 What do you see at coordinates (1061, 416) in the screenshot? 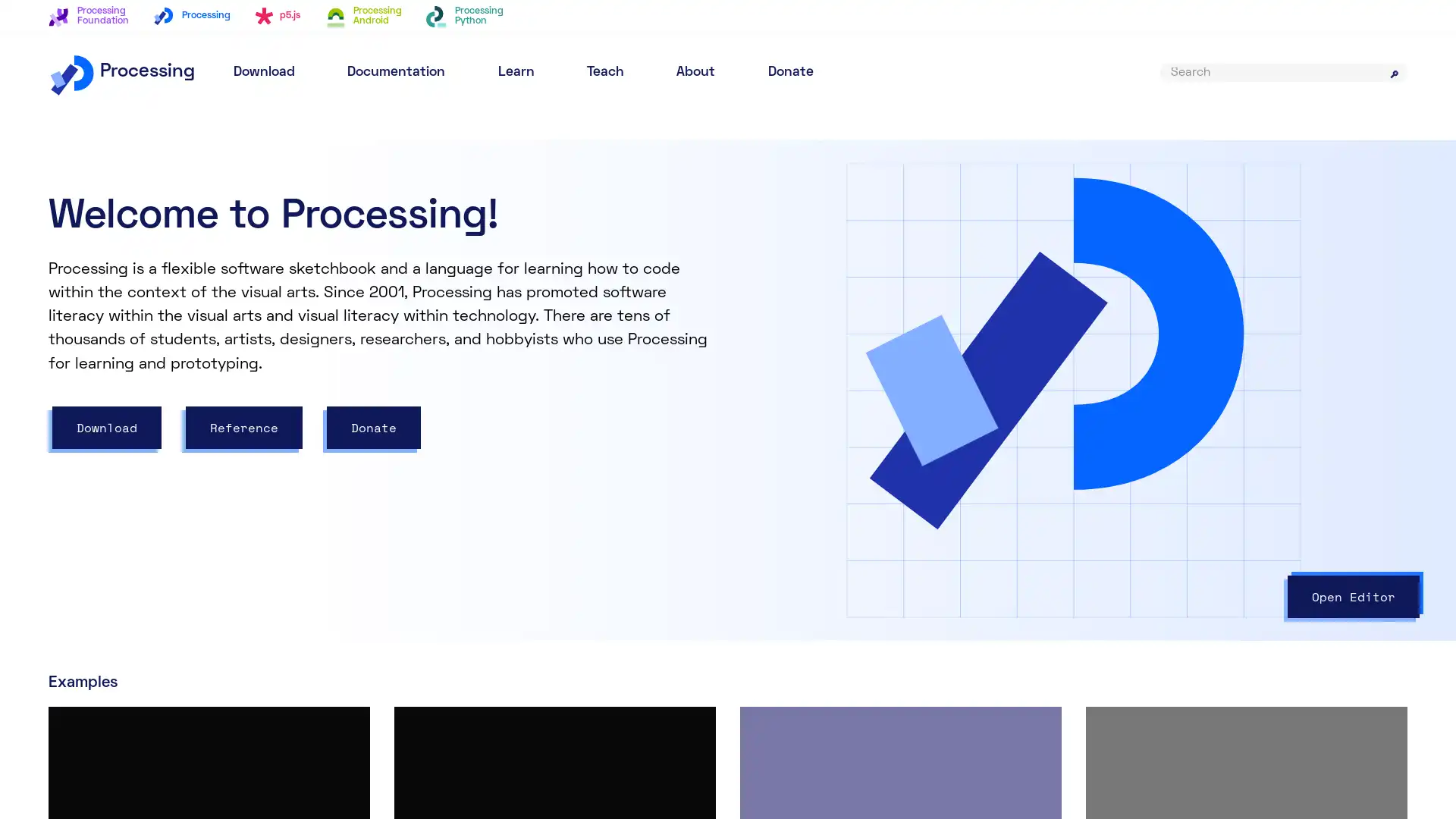
I see `change position` at bounding box center [1061, 416].